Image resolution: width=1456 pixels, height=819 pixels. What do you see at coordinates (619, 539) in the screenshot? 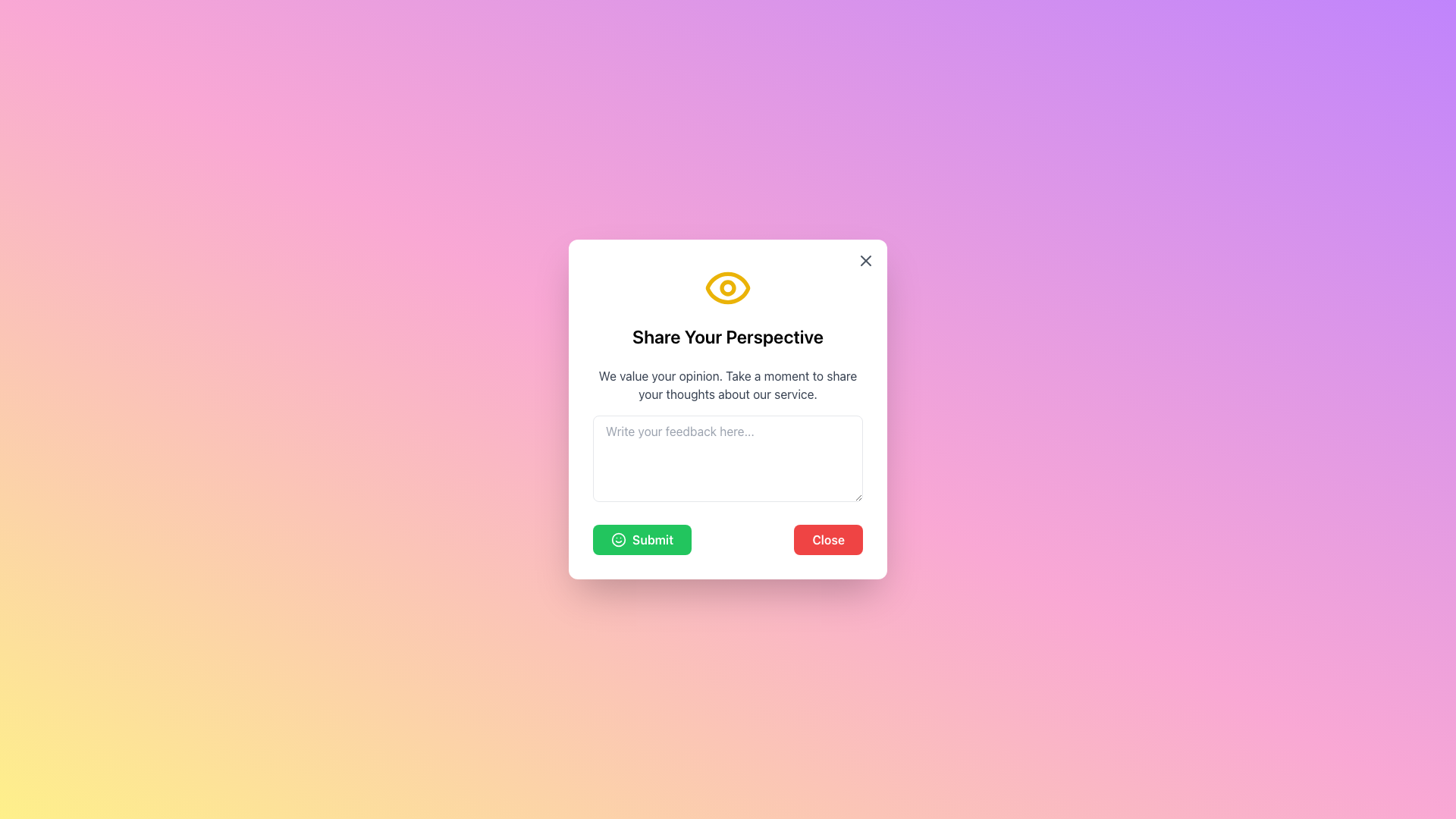
I see `the smiley face icon inside the green 'Submit' button located at the bottom-left of the dialog box, next to the text 'Submit'` at bounding box center [619, 539].